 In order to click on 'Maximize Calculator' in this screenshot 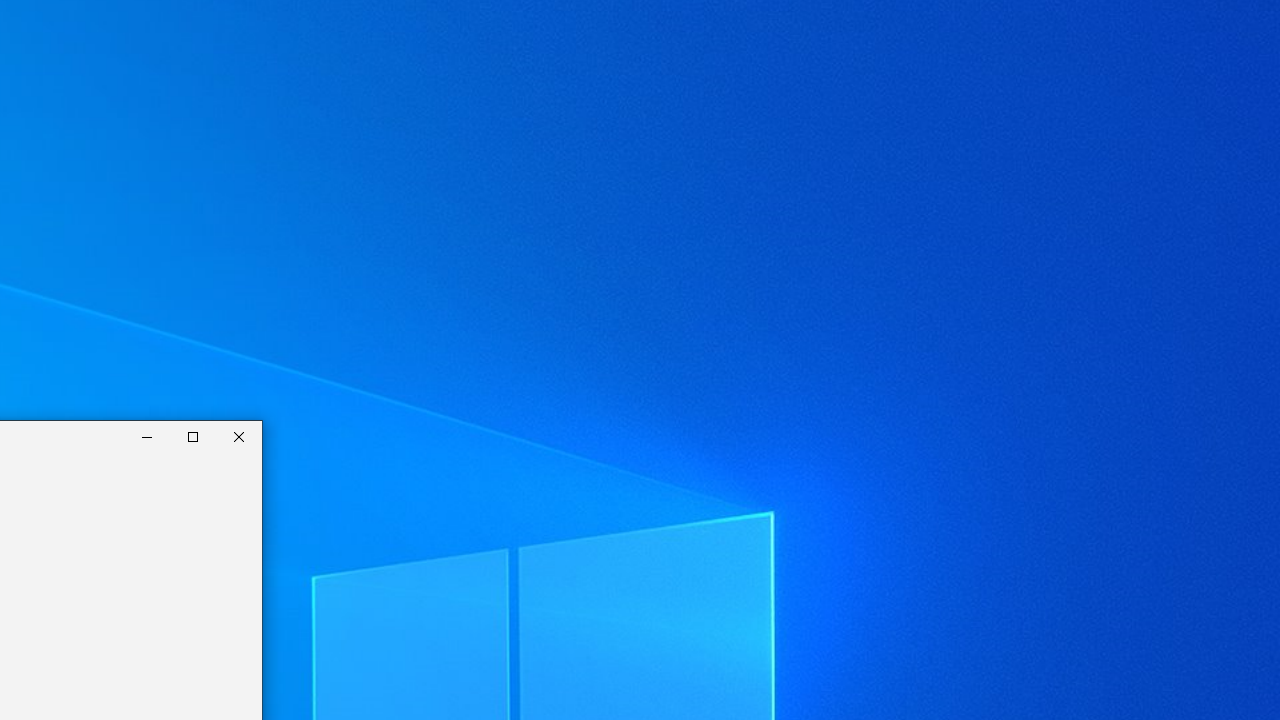, I will do `click(193, 436)`.